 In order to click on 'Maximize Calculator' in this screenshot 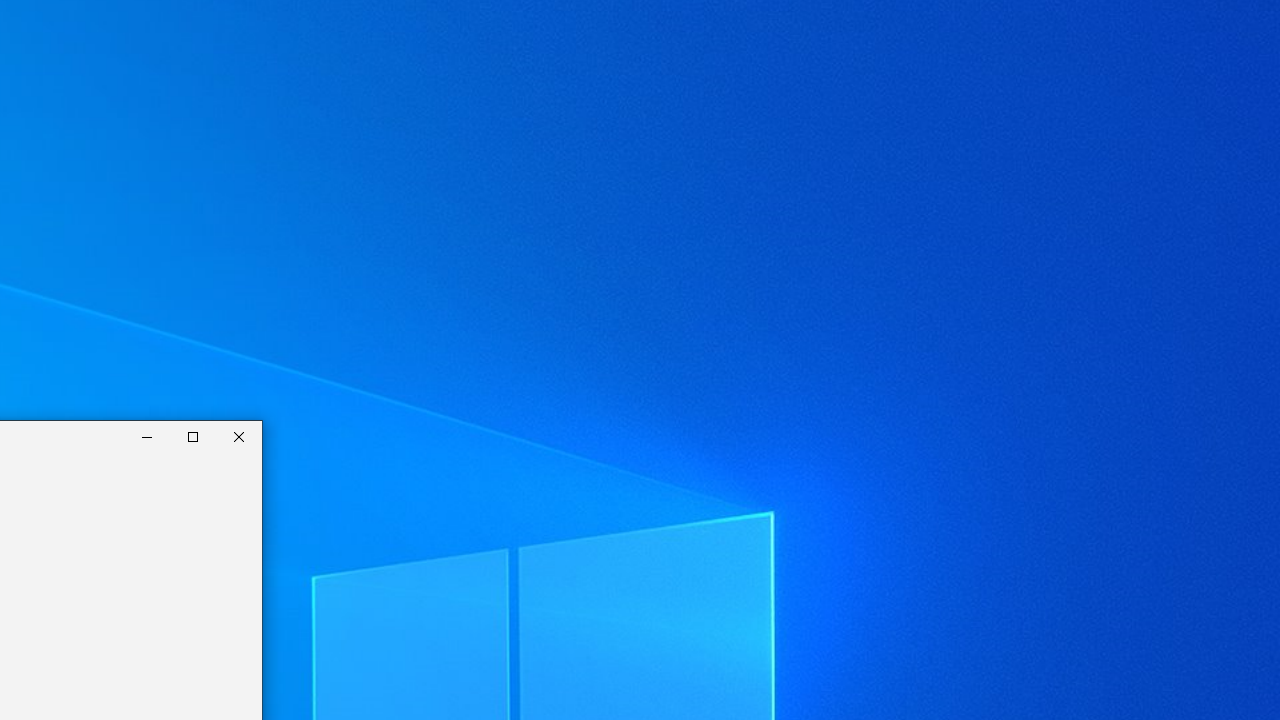, I will do `click(193, 436)`.